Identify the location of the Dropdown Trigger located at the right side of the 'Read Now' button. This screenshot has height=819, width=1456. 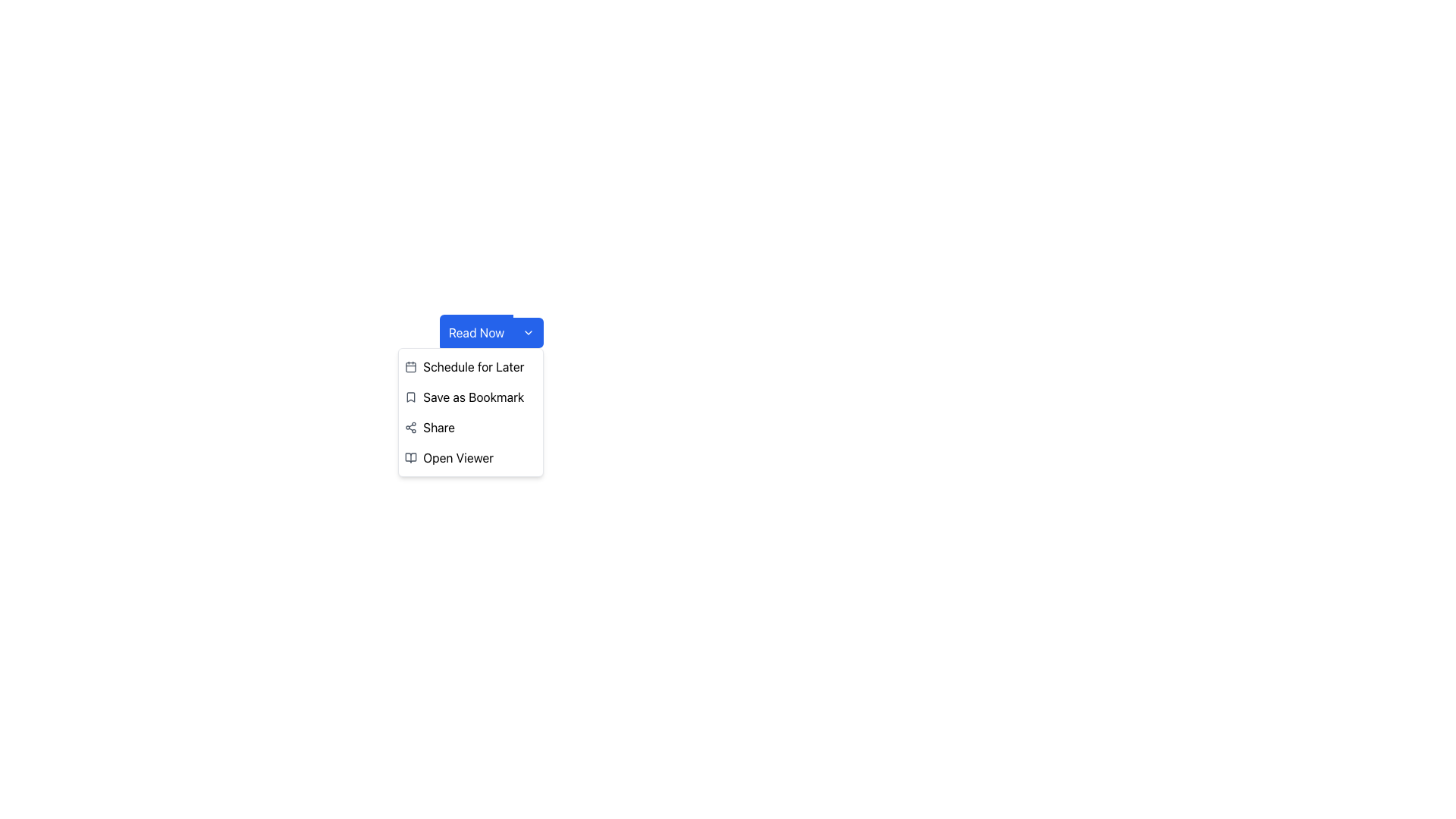
(528, 332).